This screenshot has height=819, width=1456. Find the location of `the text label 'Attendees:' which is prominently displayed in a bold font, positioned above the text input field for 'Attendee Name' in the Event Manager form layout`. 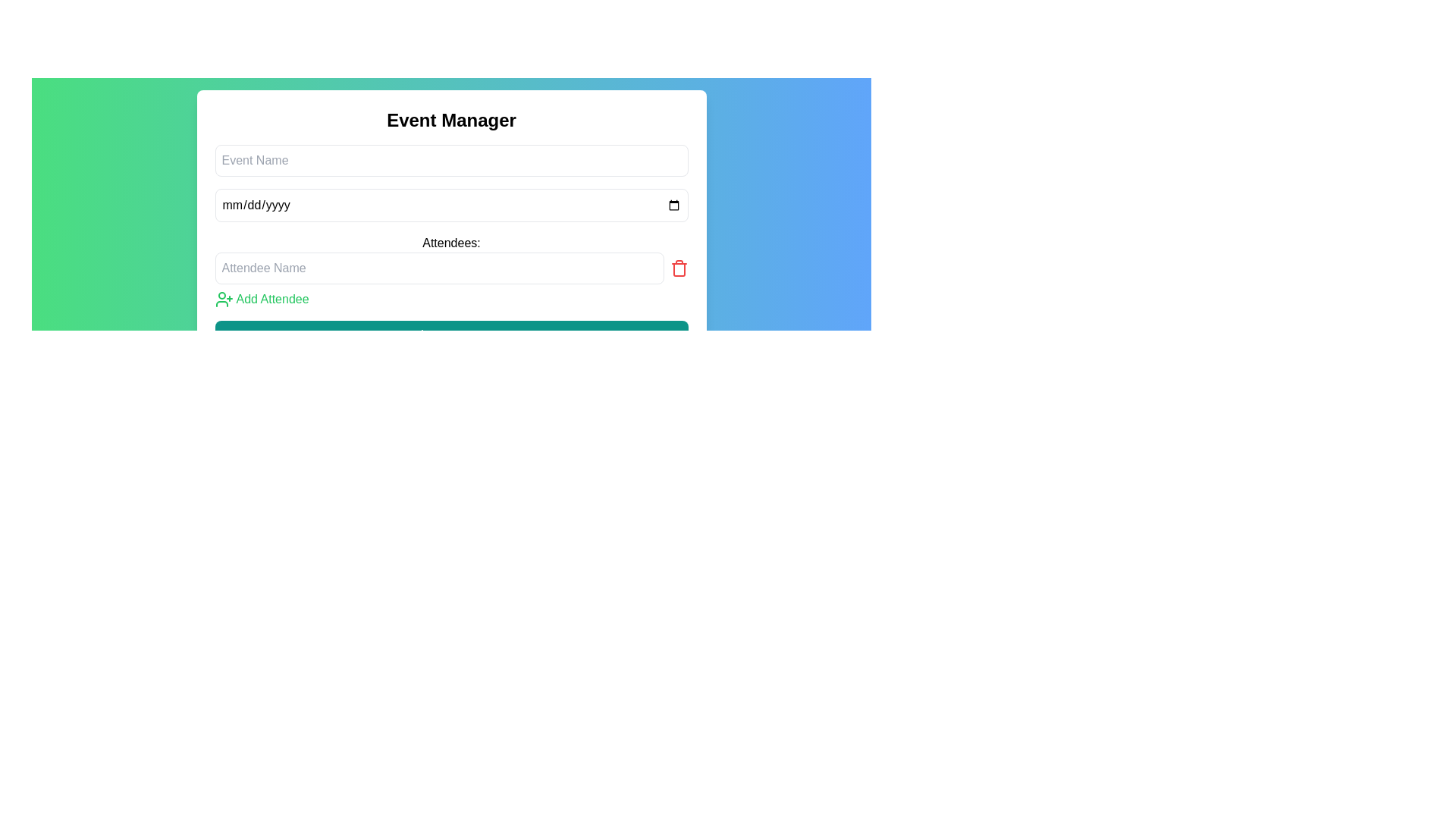

the text label 'Attendees:' which is prominently displayed in a bold font, positioned above the text input field for 'Attendee Name' in the Event Manager form layout is located at coordinates (450, 247).